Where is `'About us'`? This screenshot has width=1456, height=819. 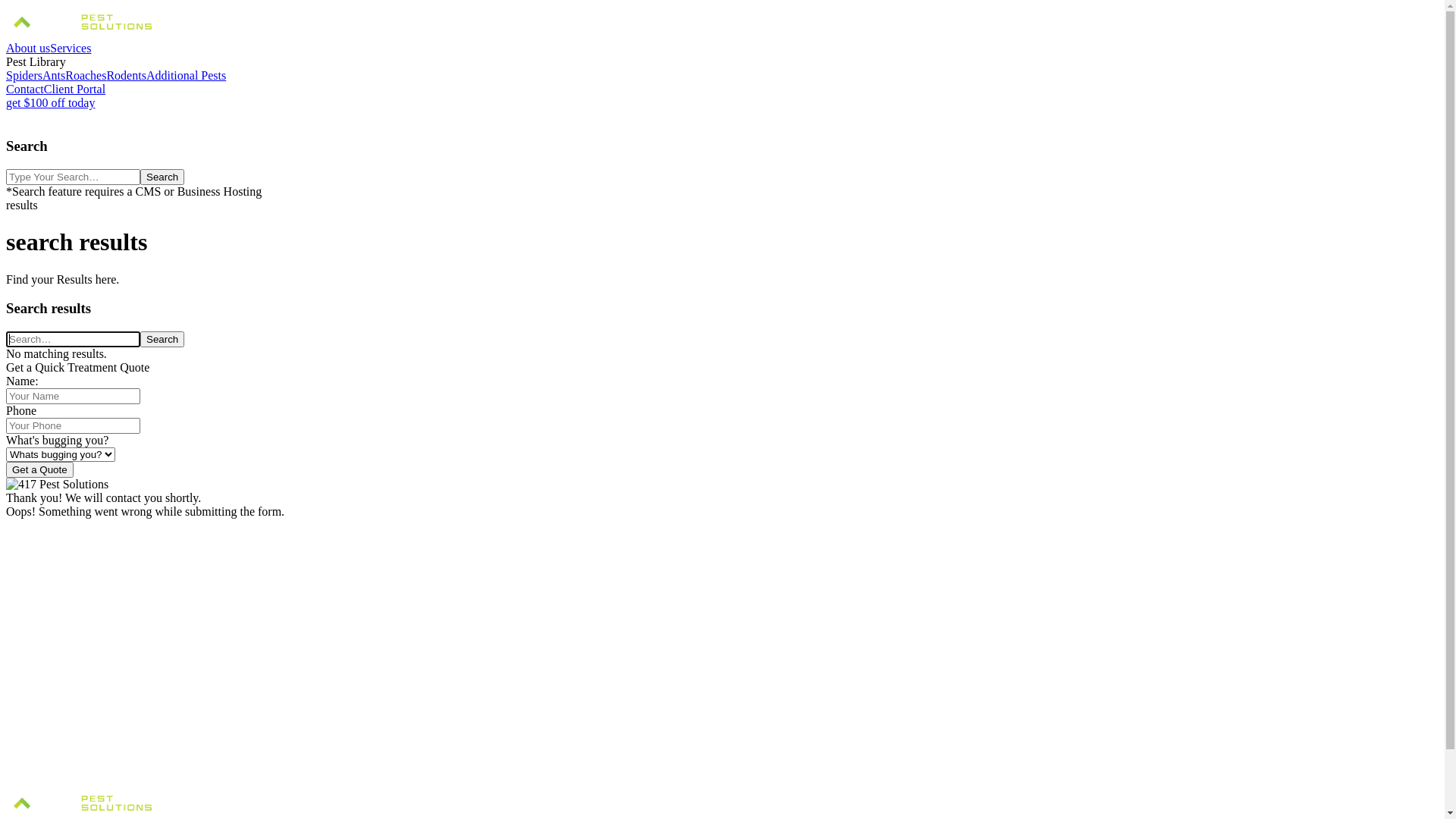
'About us' is located at coordinates (6, 47).